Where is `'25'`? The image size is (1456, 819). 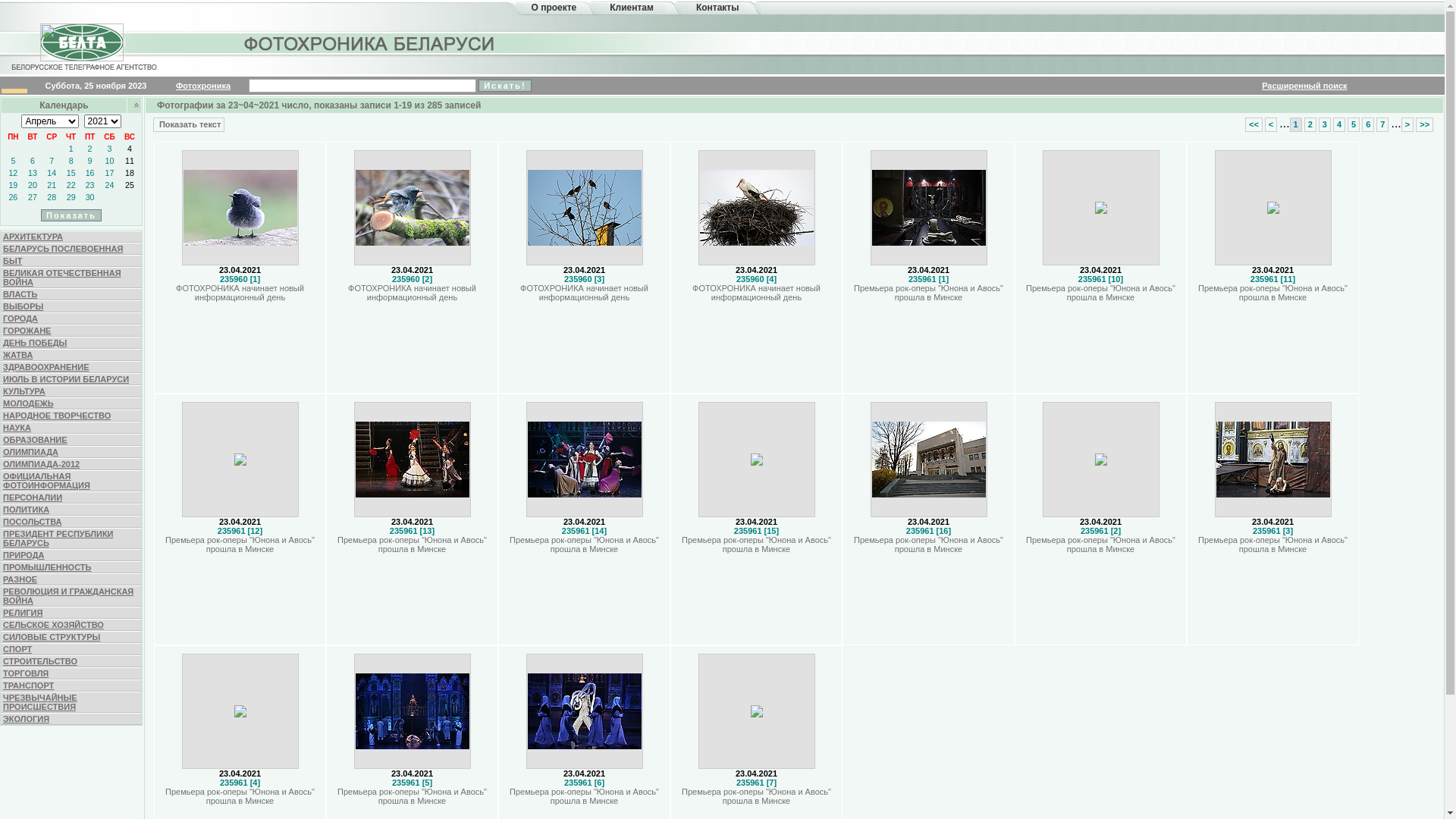
'25' is located at coordinates (124, 184).